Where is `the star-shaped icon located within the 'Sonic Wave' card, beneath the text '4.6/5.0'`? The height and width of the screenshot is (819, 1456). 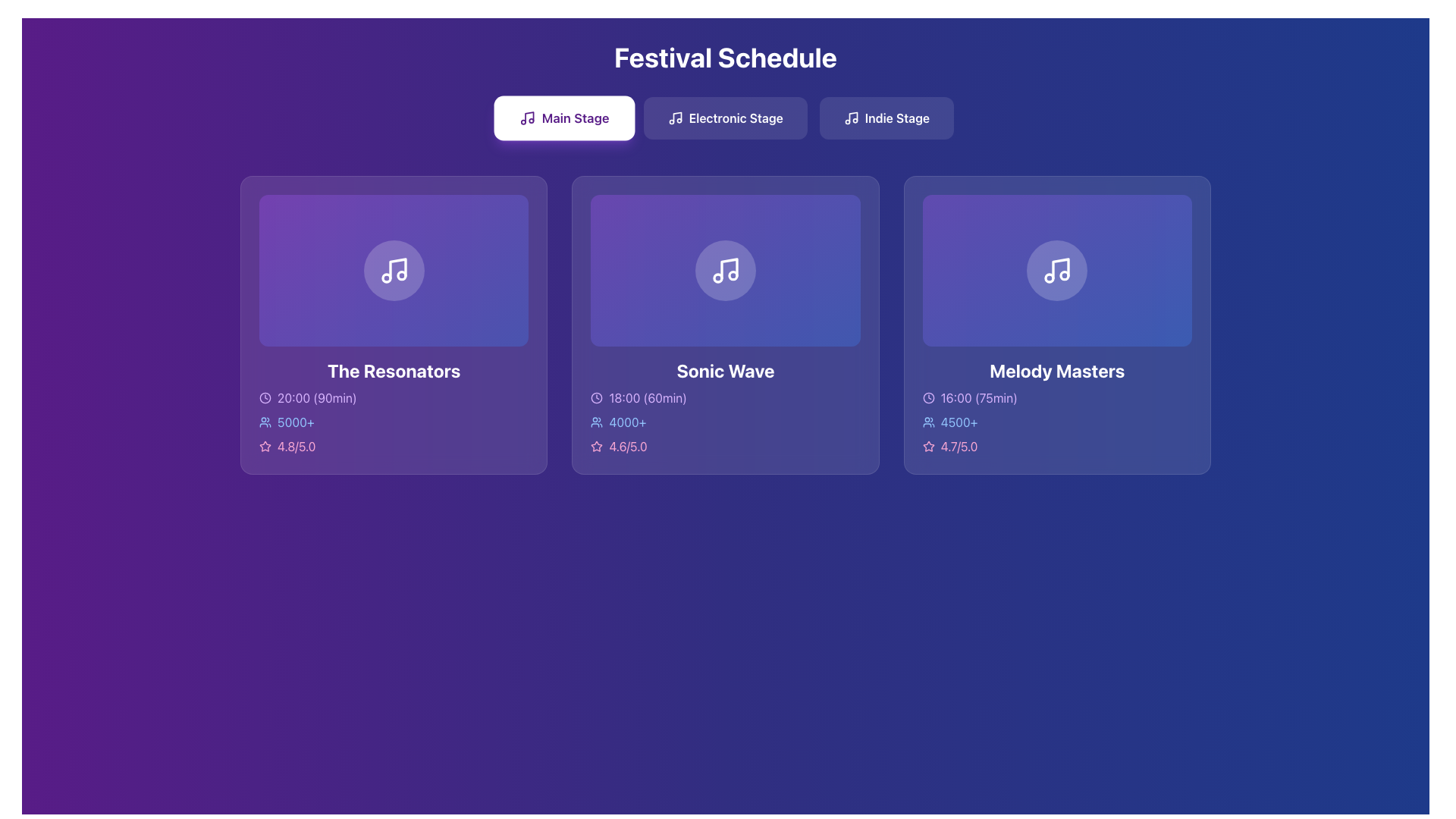 the star-shaped icon located within the 'Sonic Wave' card, beneath the text '4.6/5.0' is located at coordinates (596, 445).